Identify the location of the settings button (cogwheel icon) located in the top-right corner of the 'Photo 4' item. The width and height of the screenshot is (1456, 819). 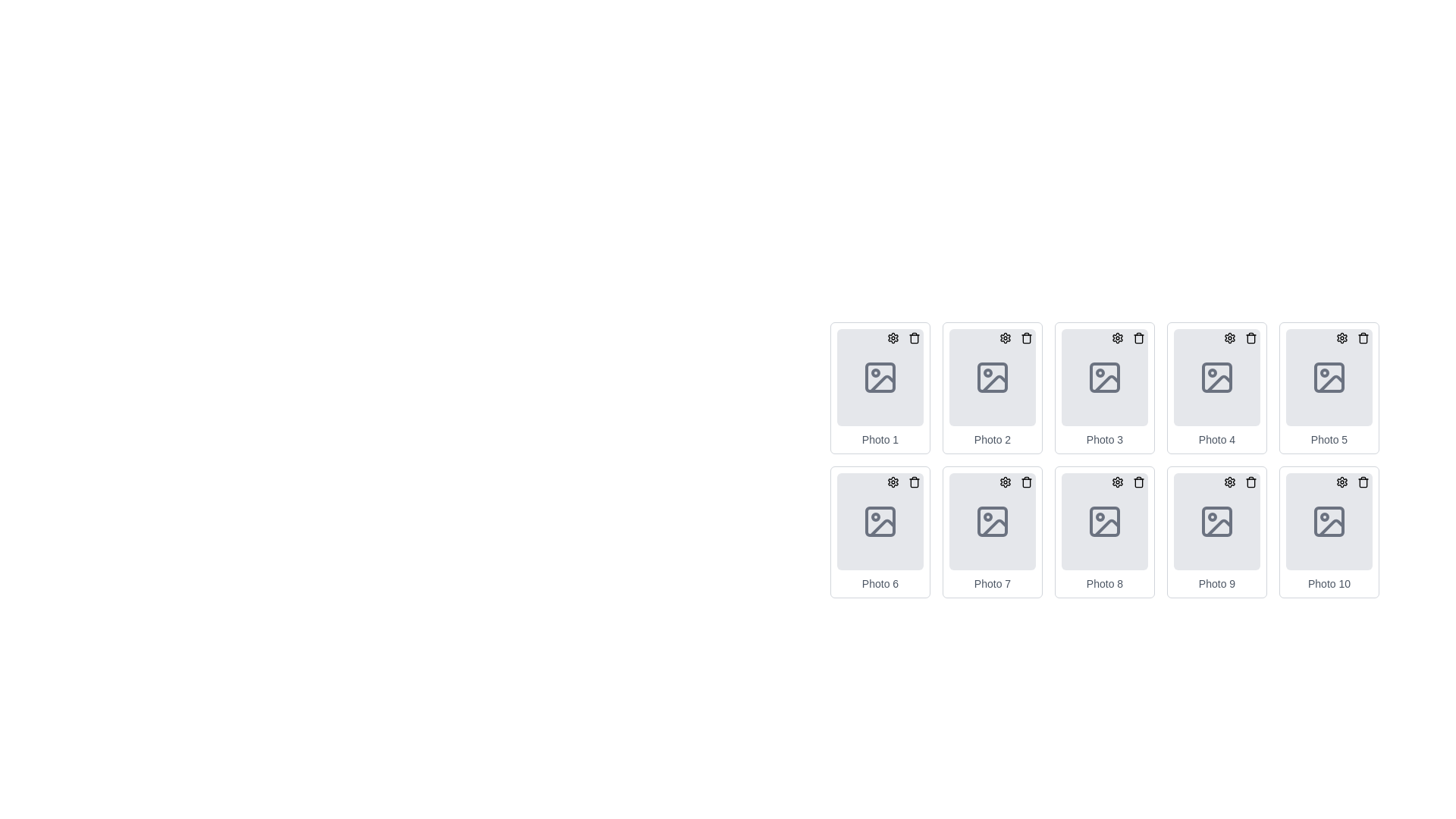
(1230, 337).